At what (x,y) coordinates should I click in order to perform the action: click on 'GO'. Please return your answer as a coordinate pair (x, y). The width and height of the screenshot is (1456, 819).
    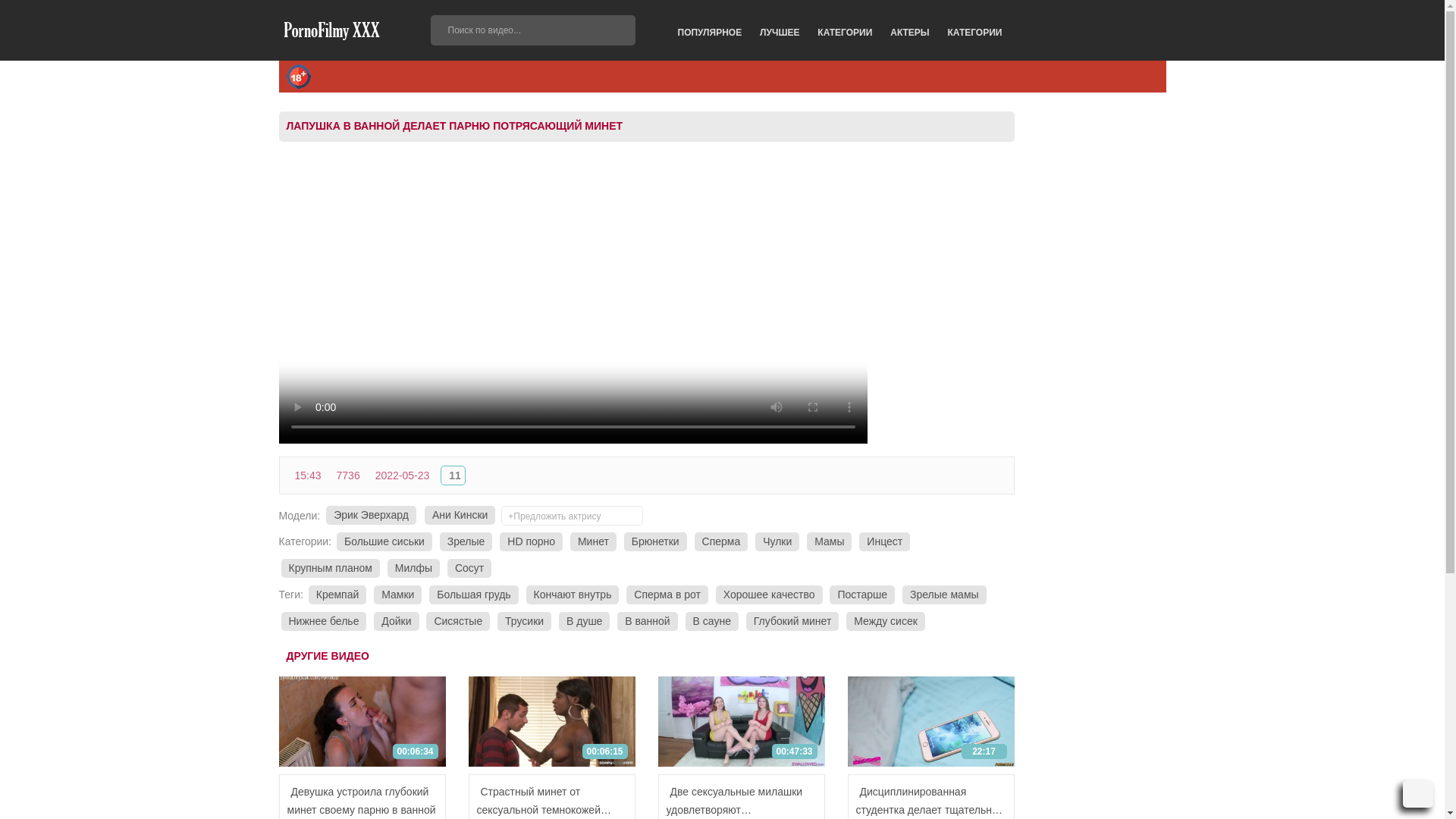
    Looking at the image, I should click on (619, 30).